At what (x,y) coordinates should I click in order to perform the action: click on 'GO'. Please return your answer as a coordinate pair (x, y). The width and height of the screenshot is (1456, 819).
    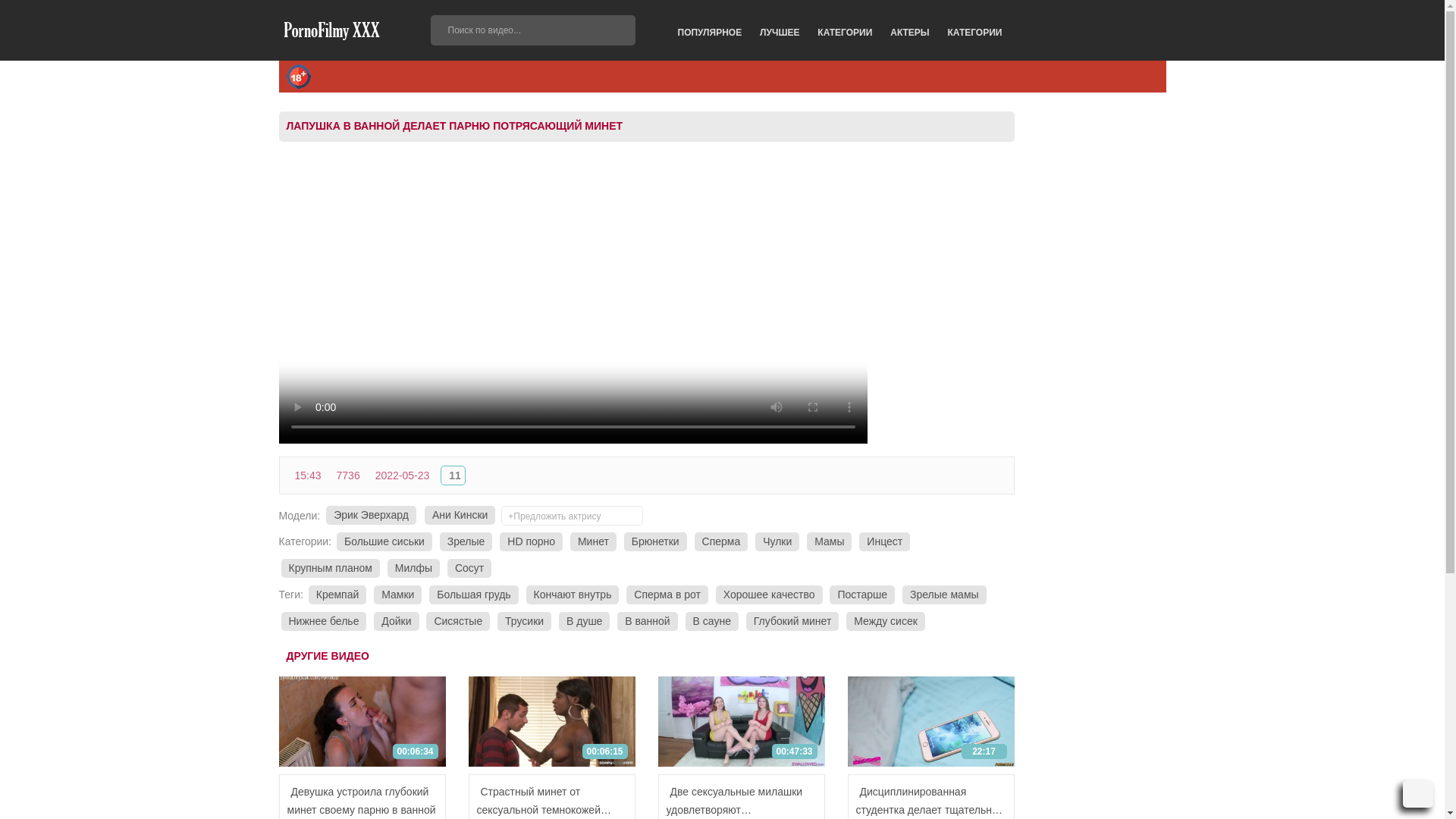
    Looking at the image, I should click on (619, 30).